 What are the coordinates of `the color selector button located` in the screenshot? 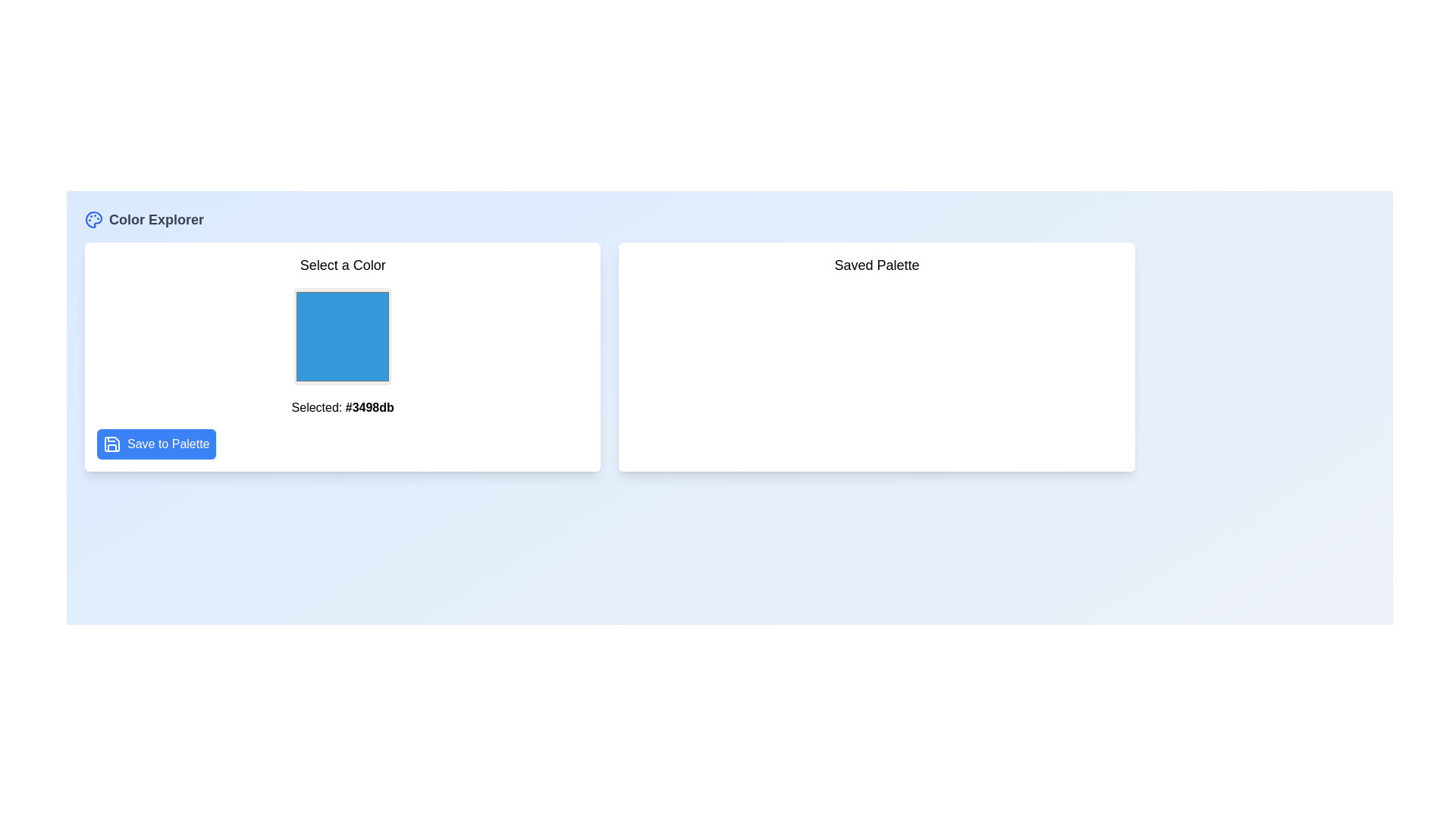 It's located at (341, 356).